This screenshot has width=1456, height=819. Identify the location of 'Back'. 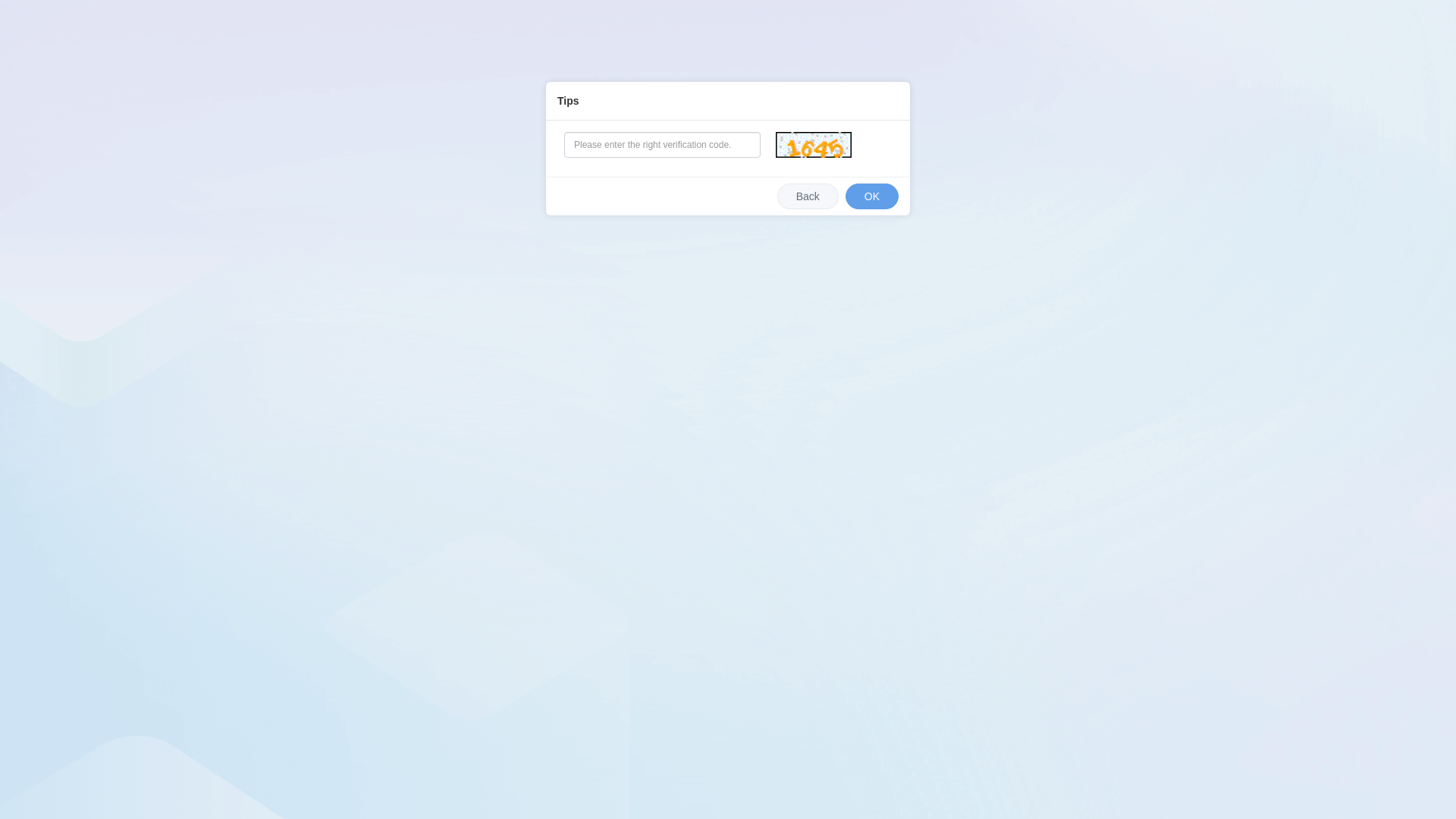
(807, 195).